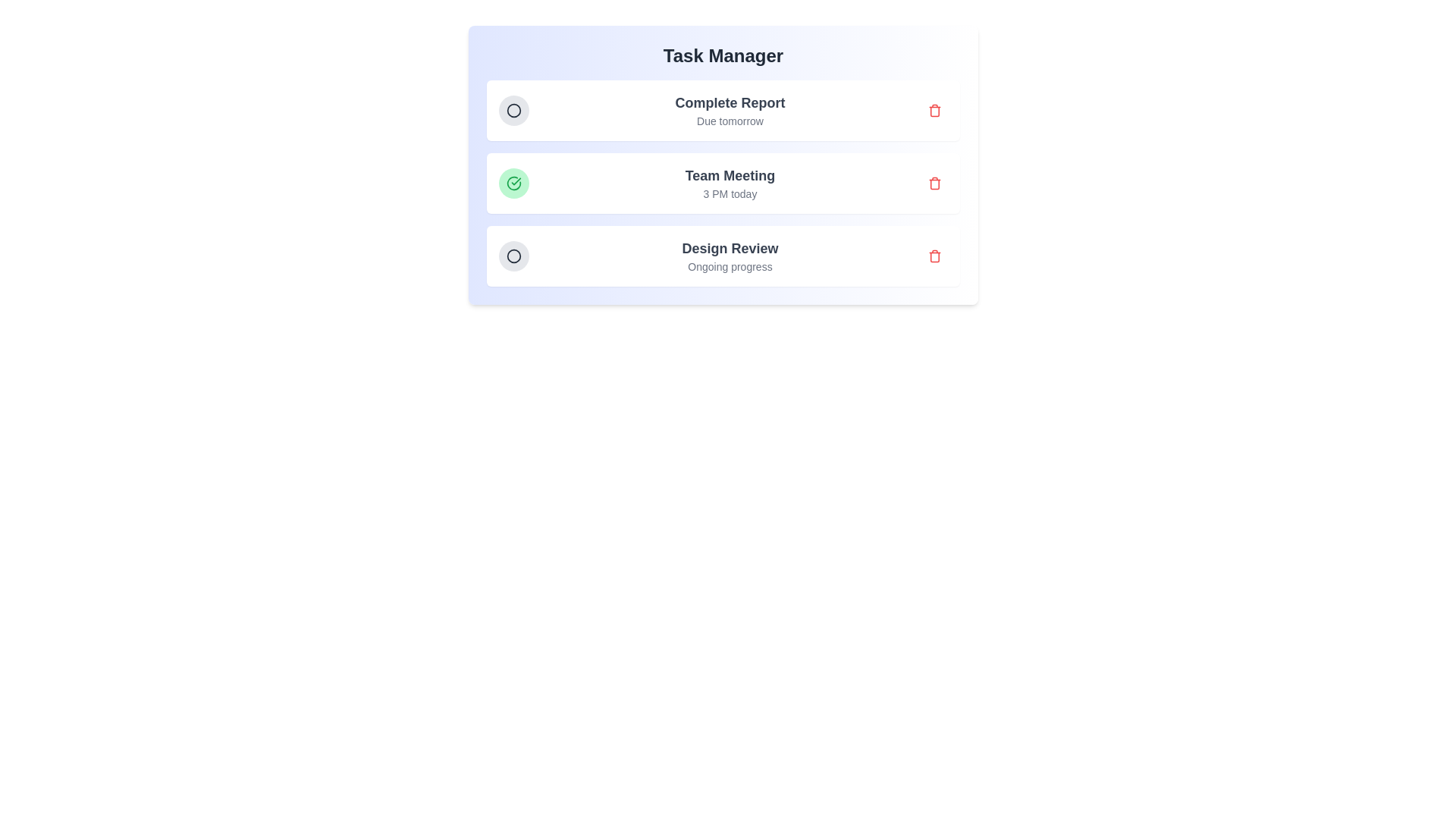 The width and height of the screenshot is (1456, 819). Describe the element at coordinates (730, 120) in the screenshot. I see `the informational Text Label indicating the deadline for the task 'Complete Report', which is located below the title and aligned to the left margin of the first task item in the list` at that location.